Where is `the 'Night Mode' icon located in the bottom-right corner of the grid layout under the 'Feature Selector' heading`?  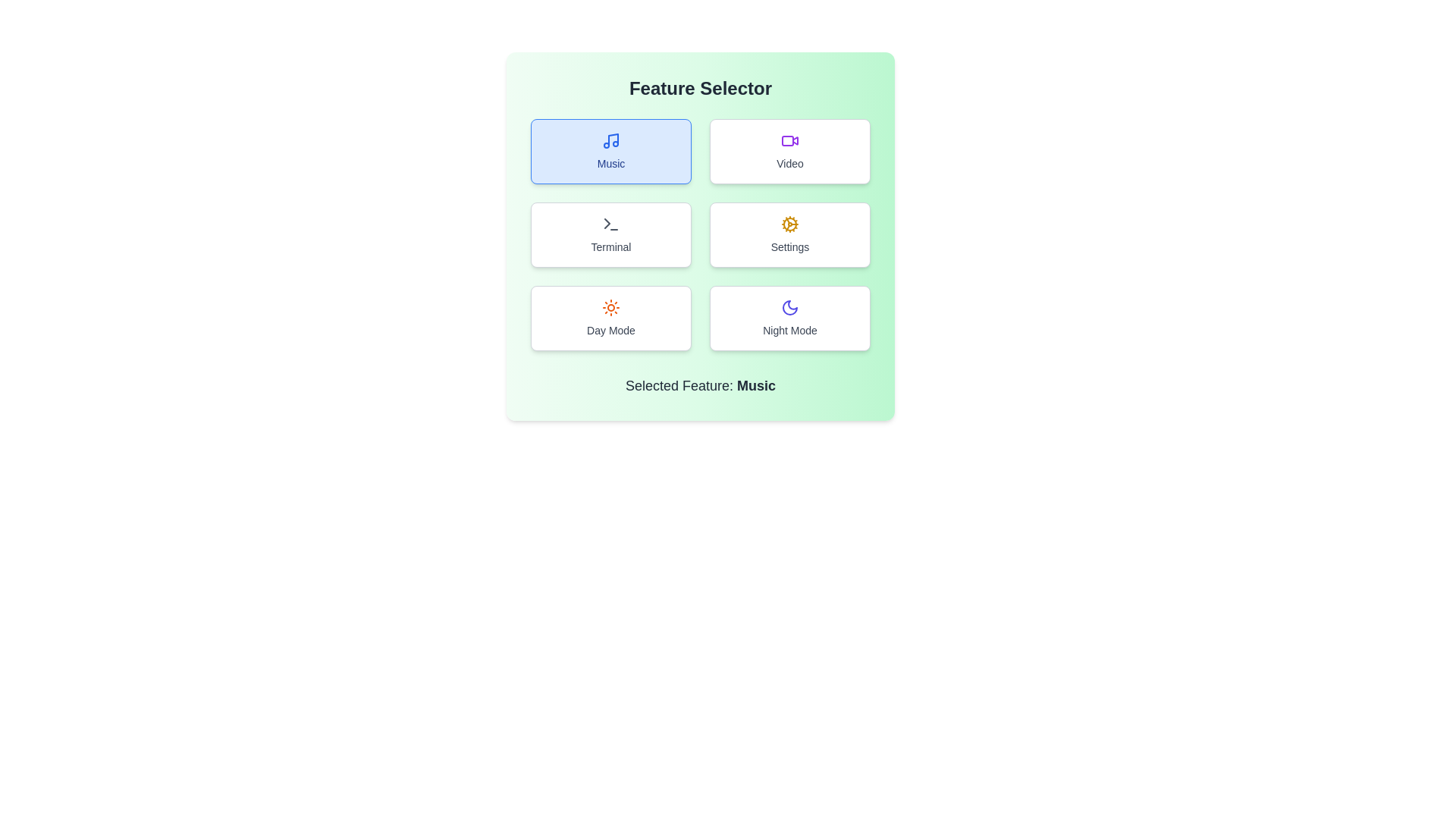
the 'Night Mode' icon located in the bottom-right corner of the grid layout under the 'Feature Selector' heading is located at coordinates (789, 307).